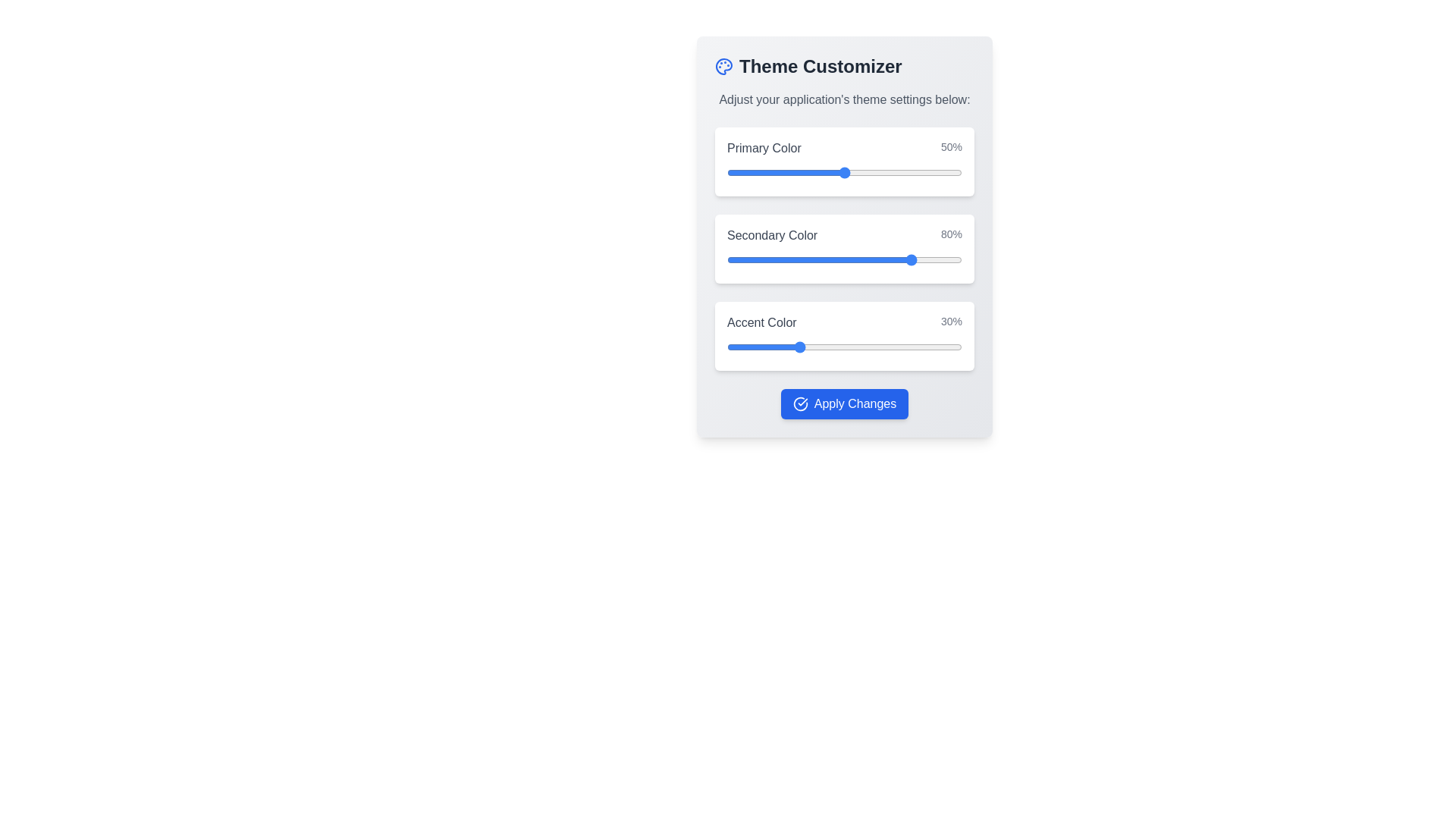 Image resolution: width=1456 pixels, height=819 pixels. What do you see at coordinates (799, 403) in the screenshot?
I see `the circular checkmark icon with a blue background located to the left of the 'Apply Changes' button in the 'Theme Customizer' section` at bounding box center [799, 403].